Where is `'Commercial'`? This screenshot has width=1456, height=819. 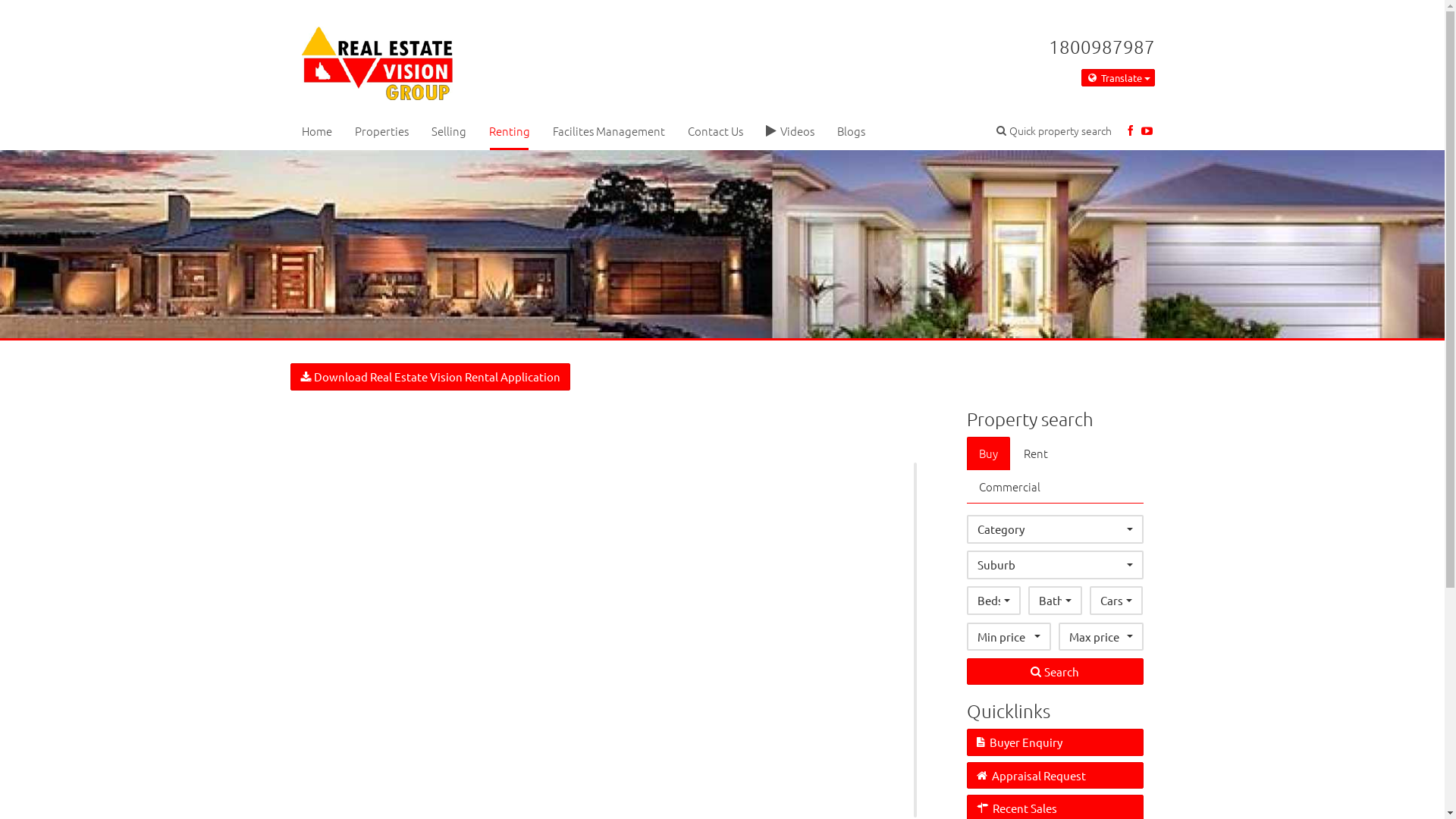
'Commercial' is located at coordinates (1009, 486).